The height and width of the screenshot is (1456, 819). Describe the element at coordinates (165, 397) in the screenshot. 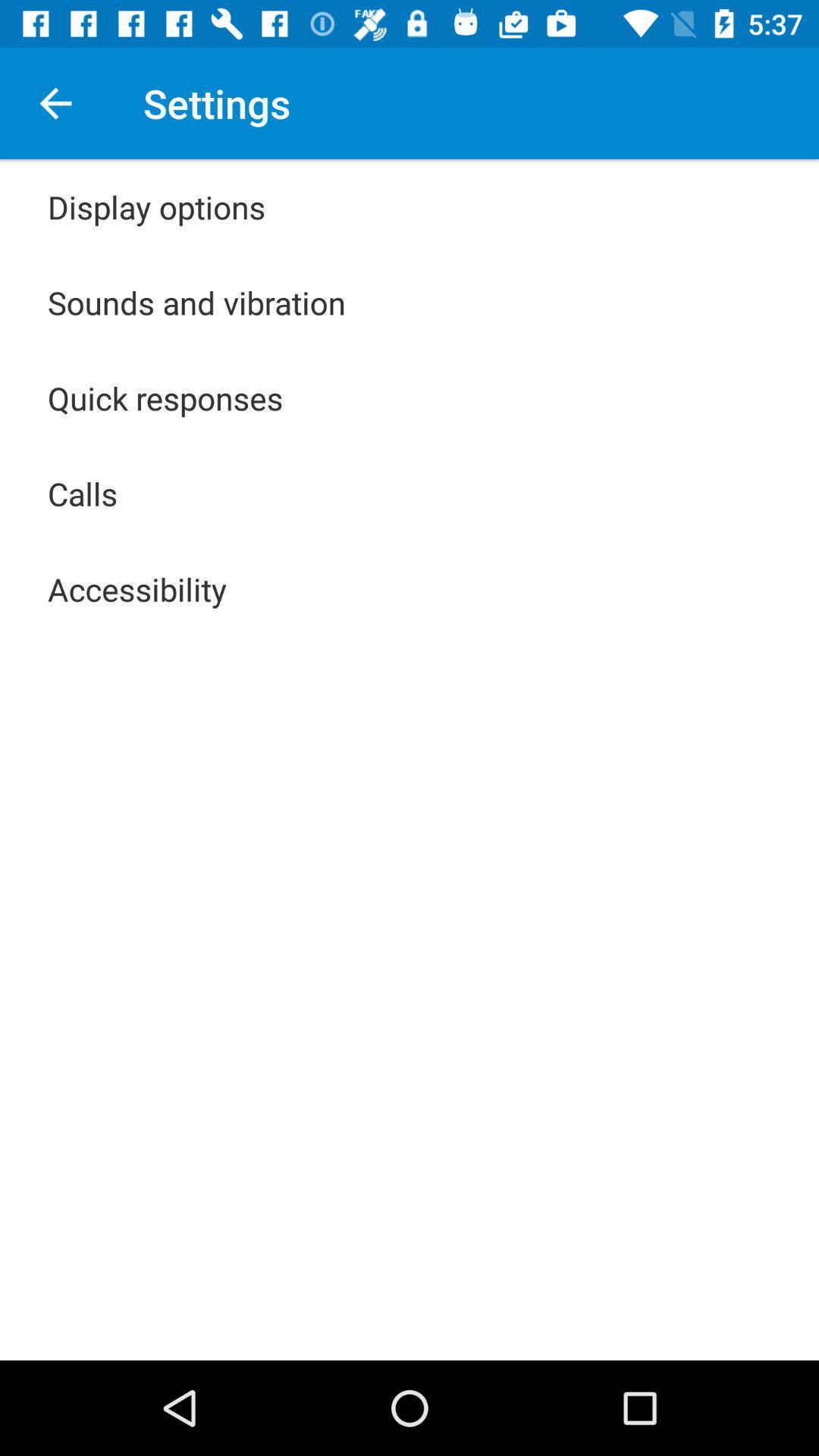

I see `icon above the calls icon` at that location.